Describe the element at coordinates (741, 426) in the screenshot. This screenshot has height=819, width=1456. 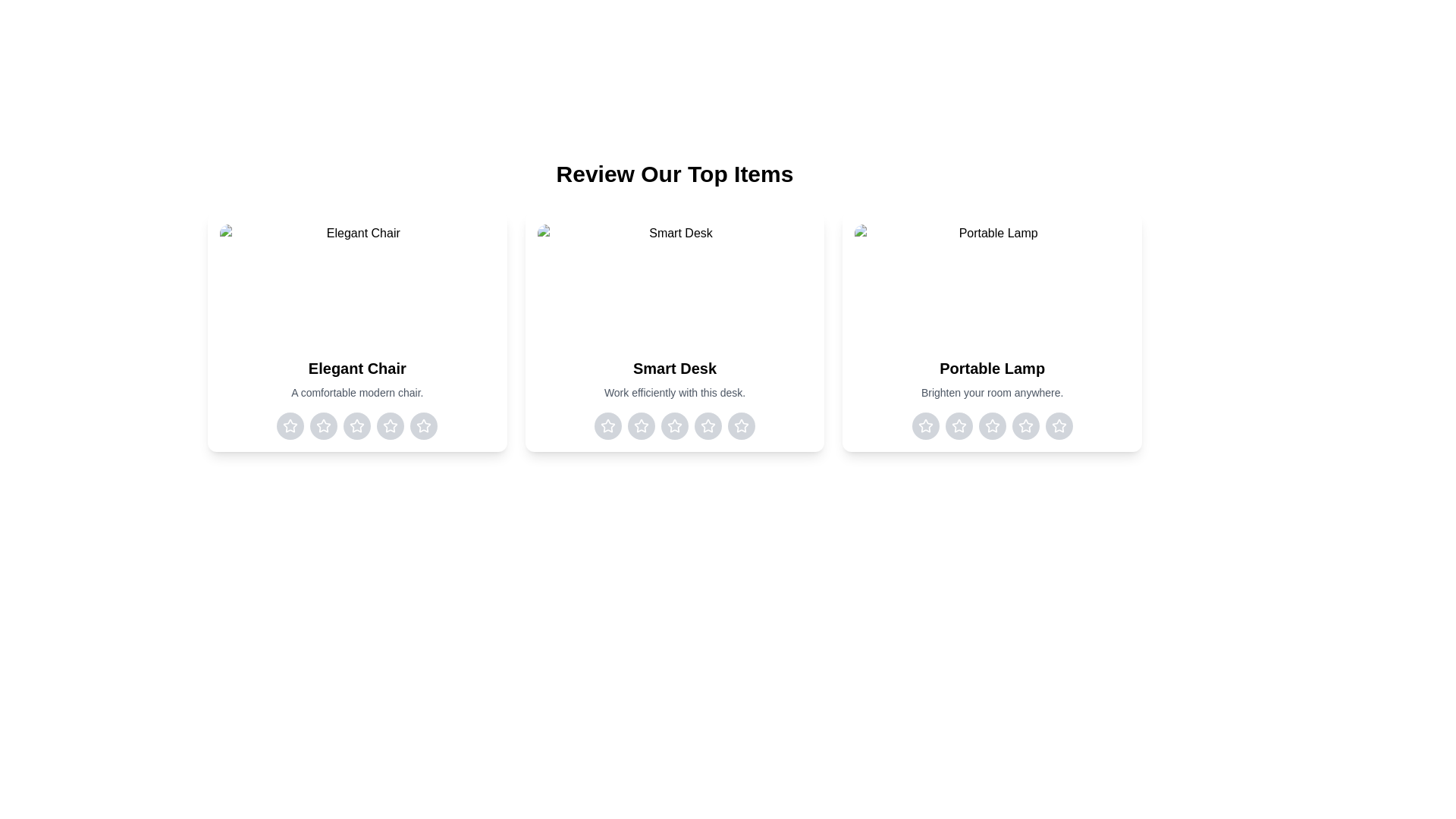
I see `the rating for the item 'Smart Desk' to 5 stars` at that location.